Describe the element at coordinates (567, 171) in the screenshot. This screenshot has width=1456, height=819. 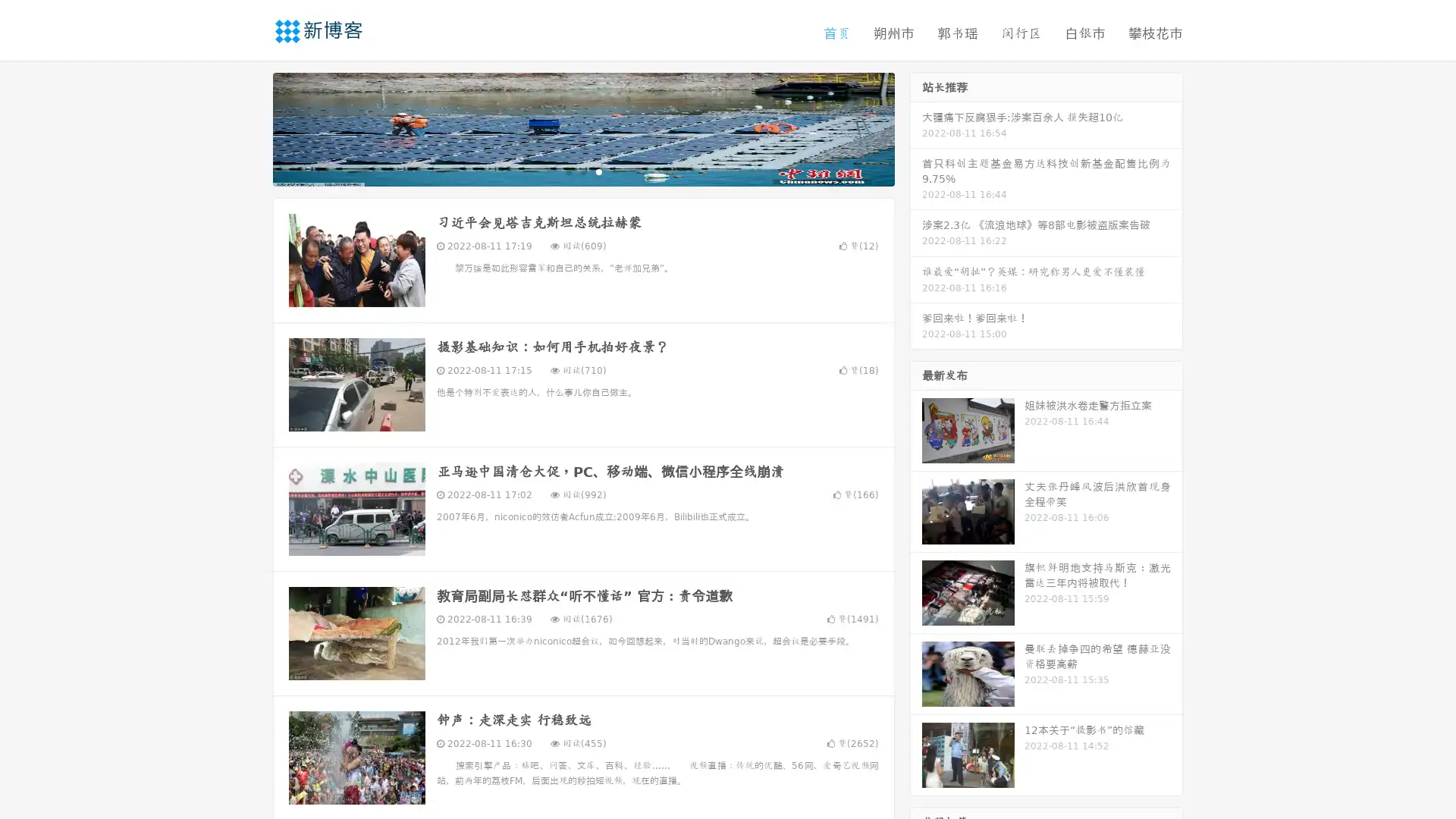
I see `Go to slide 1` at that location.